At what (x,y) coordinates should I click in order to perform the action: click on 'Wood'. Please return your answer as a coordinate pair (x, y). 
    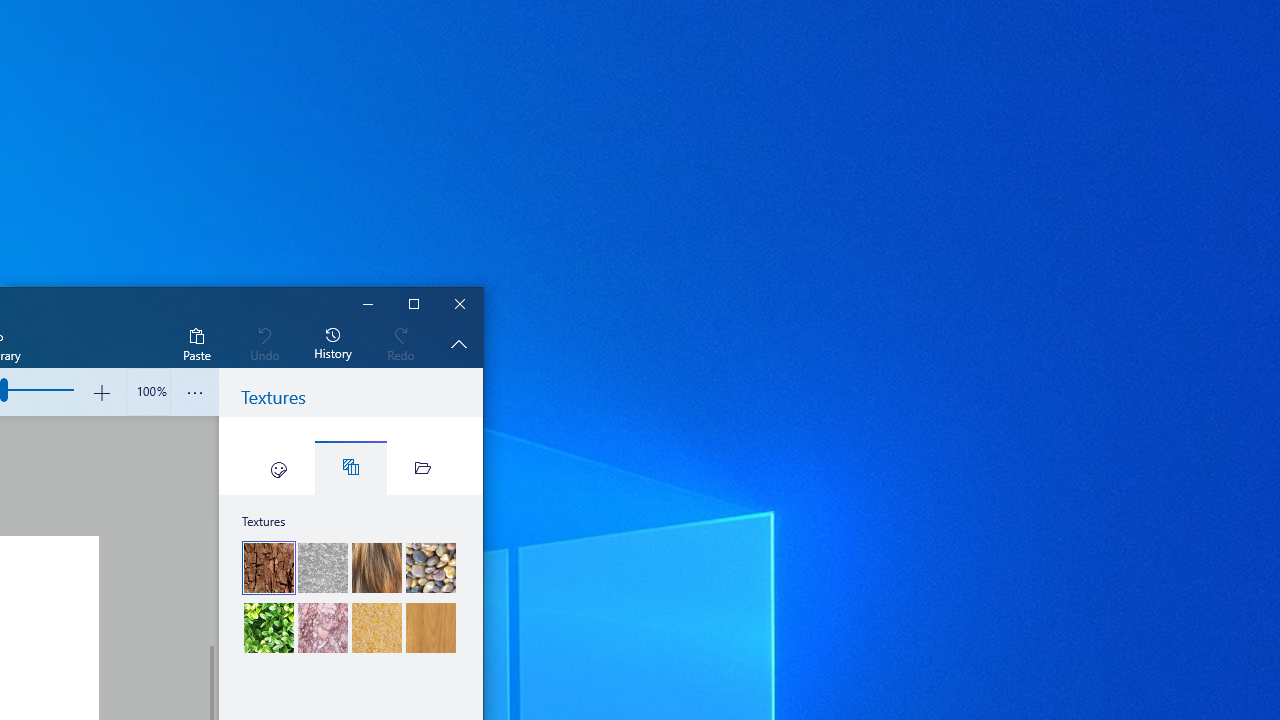
    Looking at the image, I should click on (429, 627).